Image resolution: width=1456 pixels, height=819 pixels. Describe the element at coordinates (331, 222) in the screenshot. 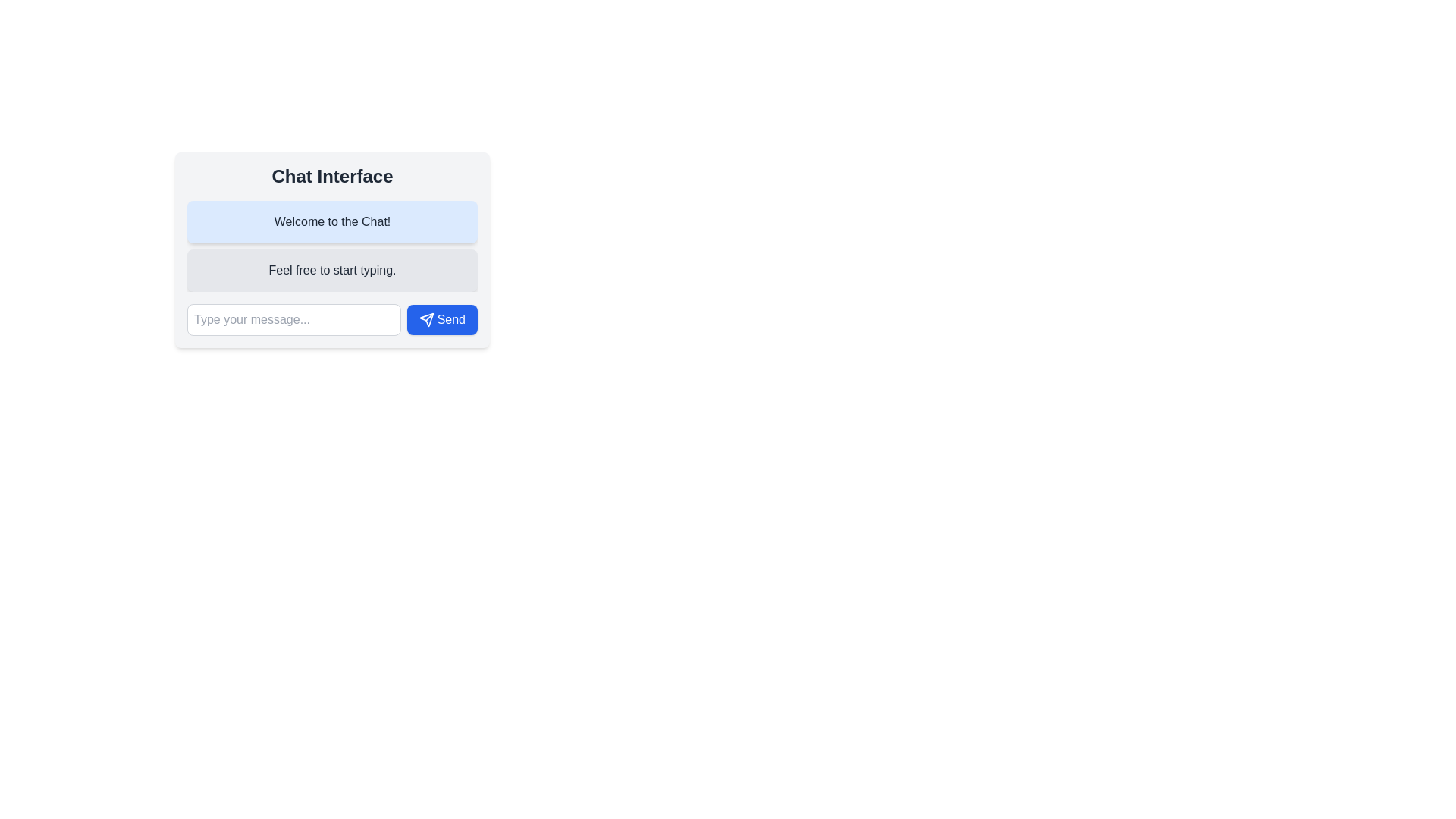

I see `welcome message displayed in the static text block at the top of the interface, which greets the user` at that location.